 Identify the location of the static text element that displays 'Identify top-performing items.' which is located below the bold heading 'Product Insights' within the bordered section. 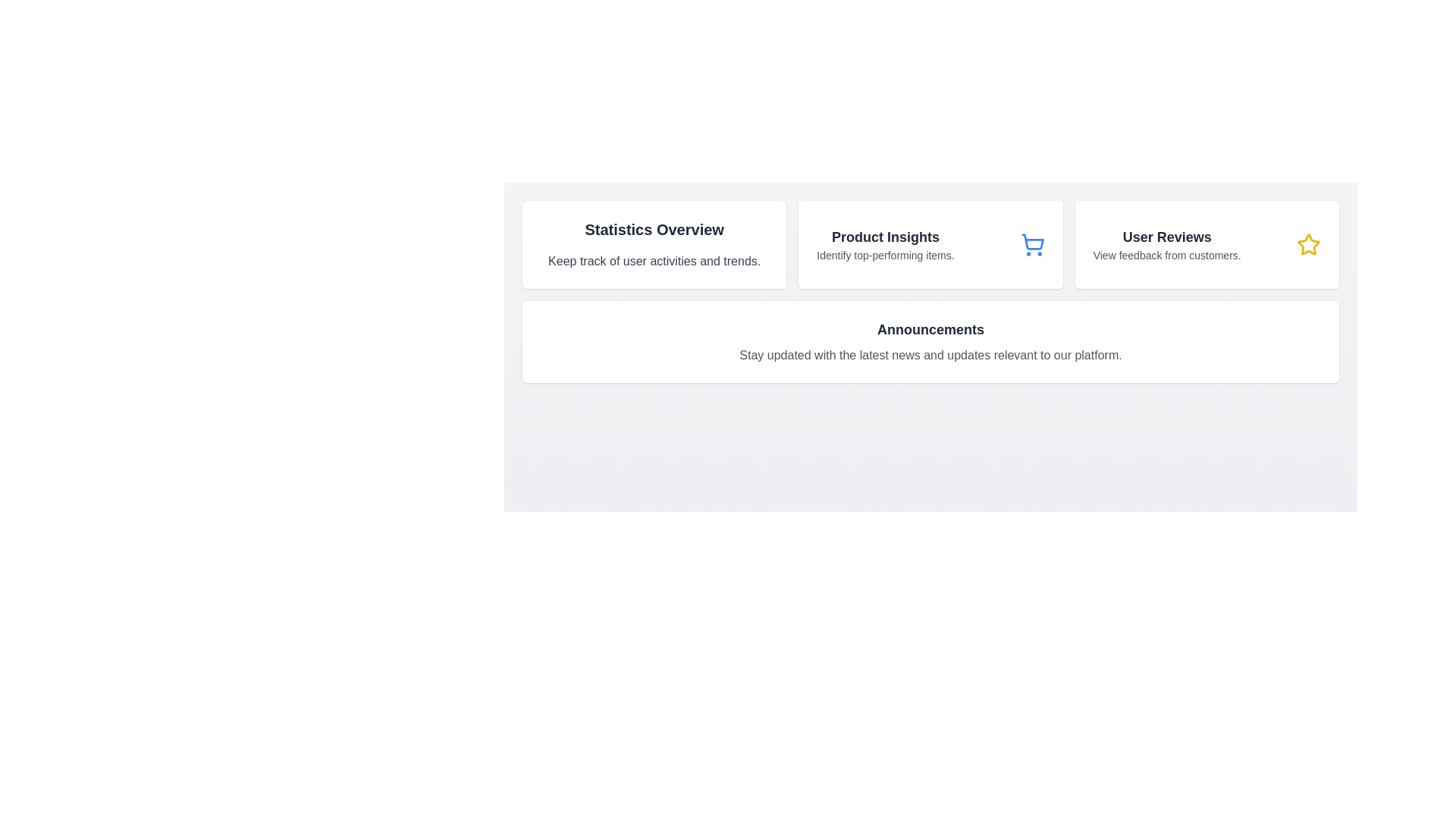
(885, 254).